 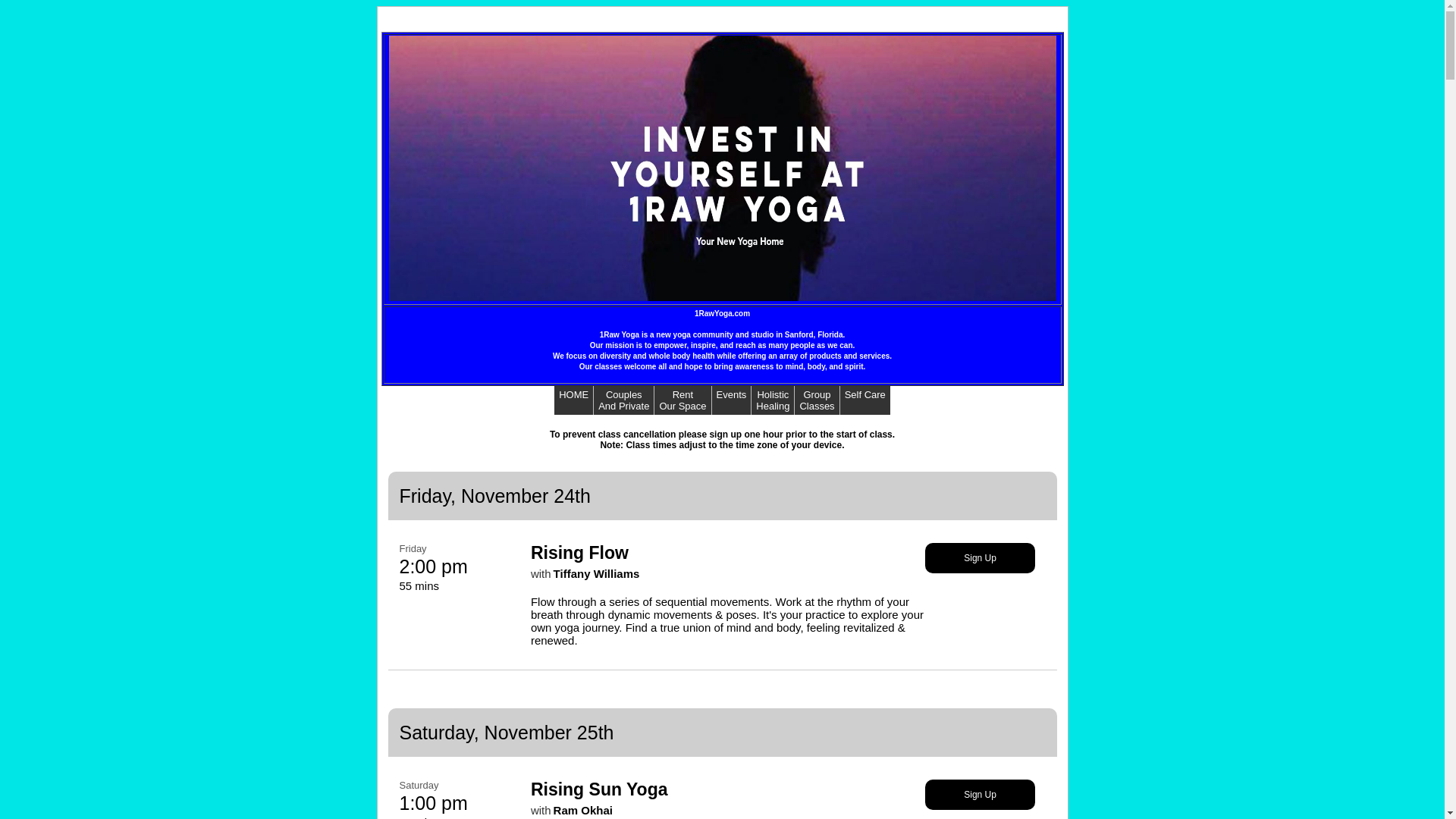 I want to click on 'Events, so click(x=731, y=400).